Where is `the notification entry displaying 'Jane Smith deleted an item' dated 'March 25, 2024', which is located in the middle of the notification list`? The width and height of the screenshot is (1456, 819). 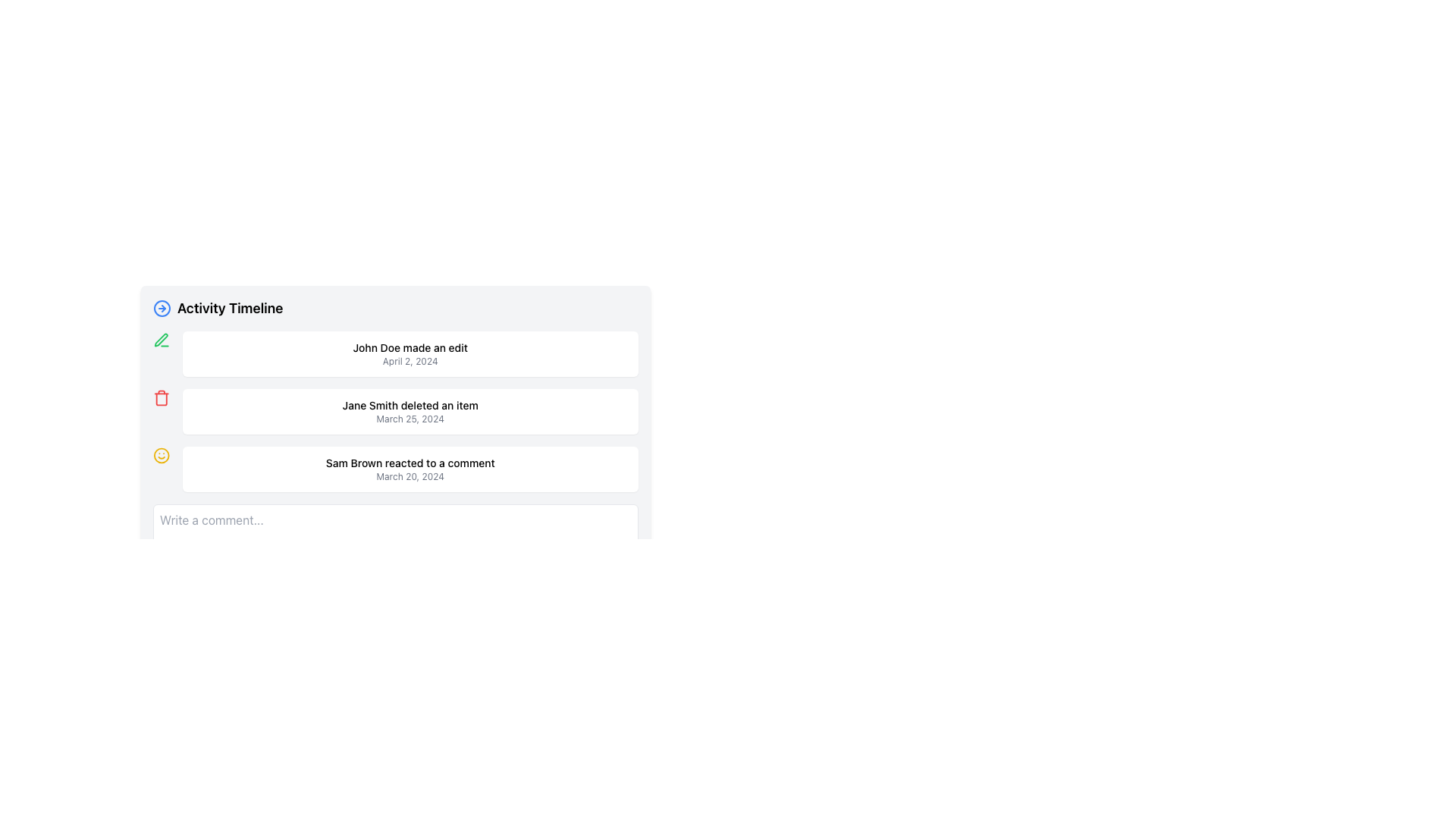 the notification entry displaying 'Jane Smith deleted an item' dated 'March 25, 2024', which is located in the middle of the notification list is located at coordinates (396, 412).